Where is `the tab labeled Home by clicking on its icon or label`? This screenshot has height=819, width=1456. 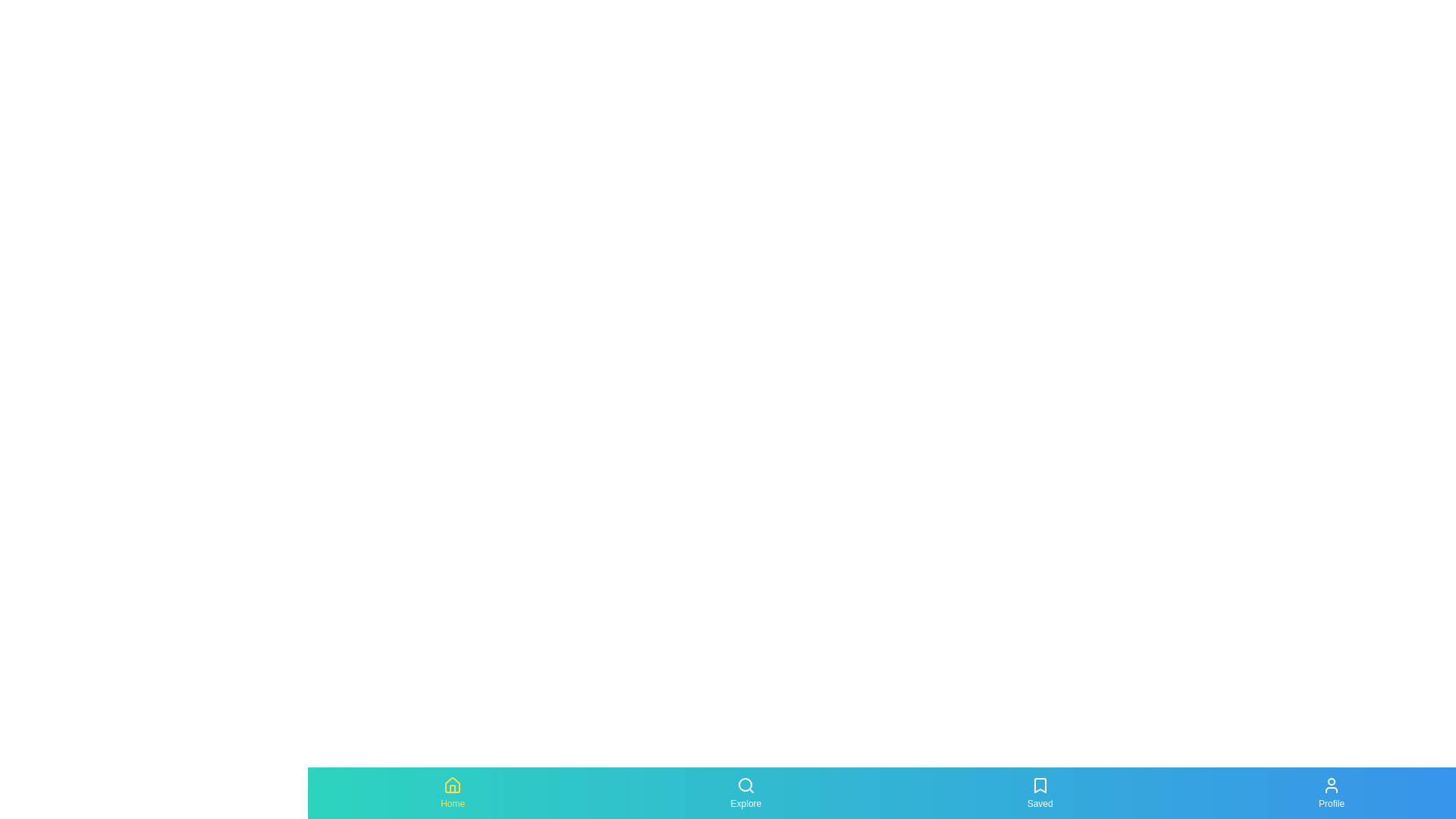
the tab labeled Home by clicking on its icon or label is located at coordinates (452, 792).